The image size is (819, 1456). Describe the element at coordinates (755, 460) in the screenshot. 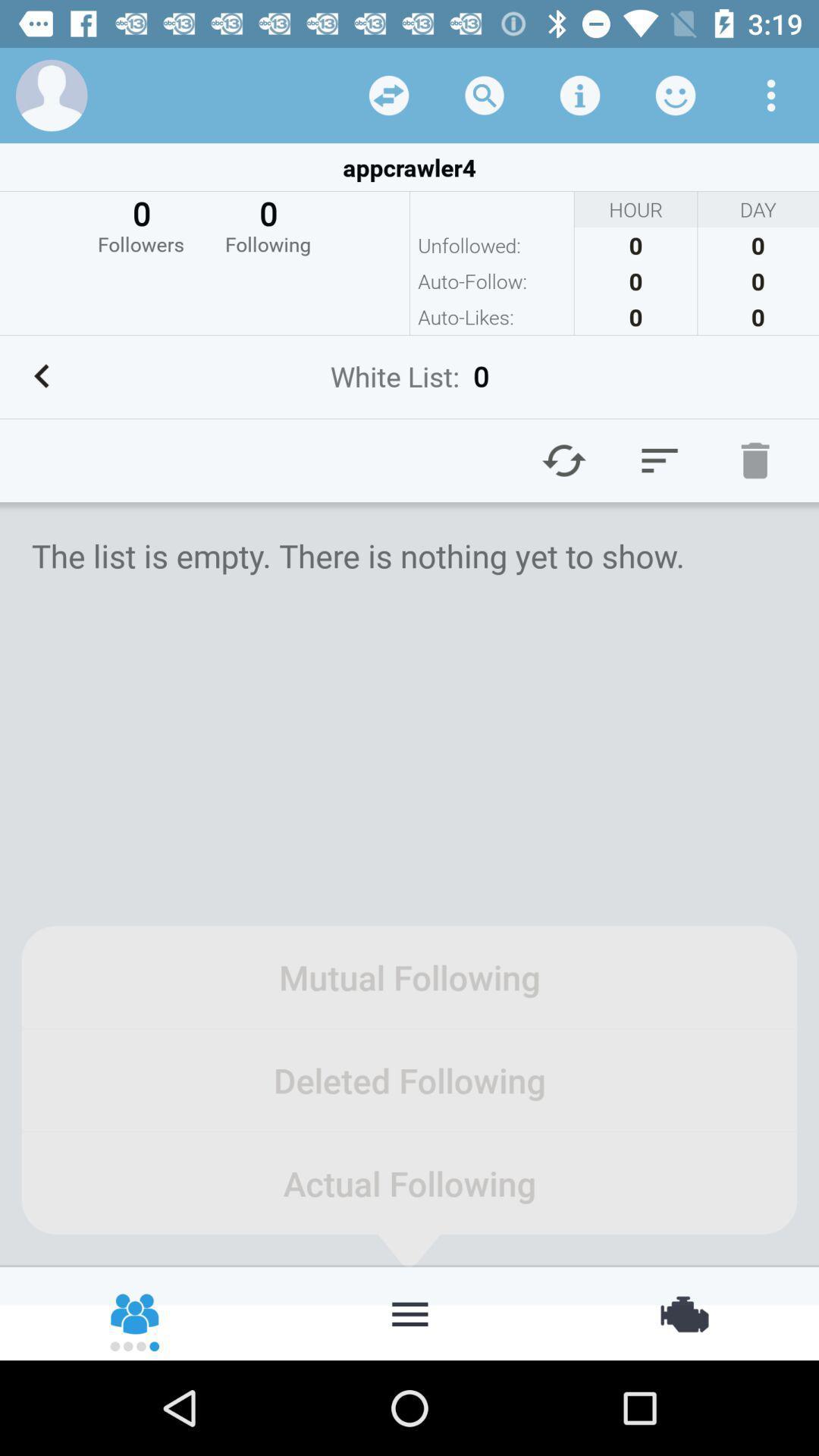

I see `the delete icon` at that location.